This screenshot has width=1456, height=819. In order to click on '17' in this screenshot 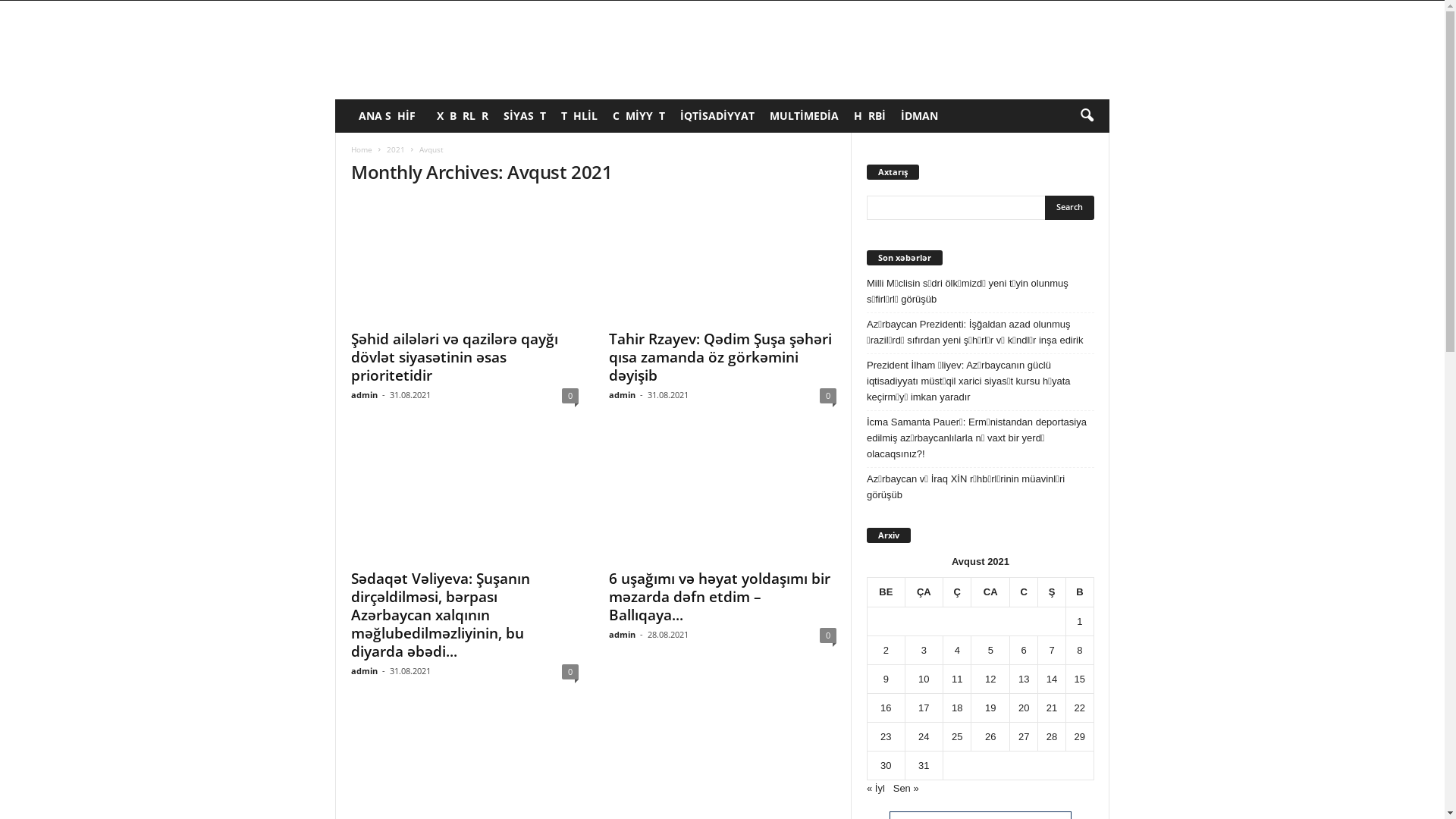, I will do `click(923, 708)`.